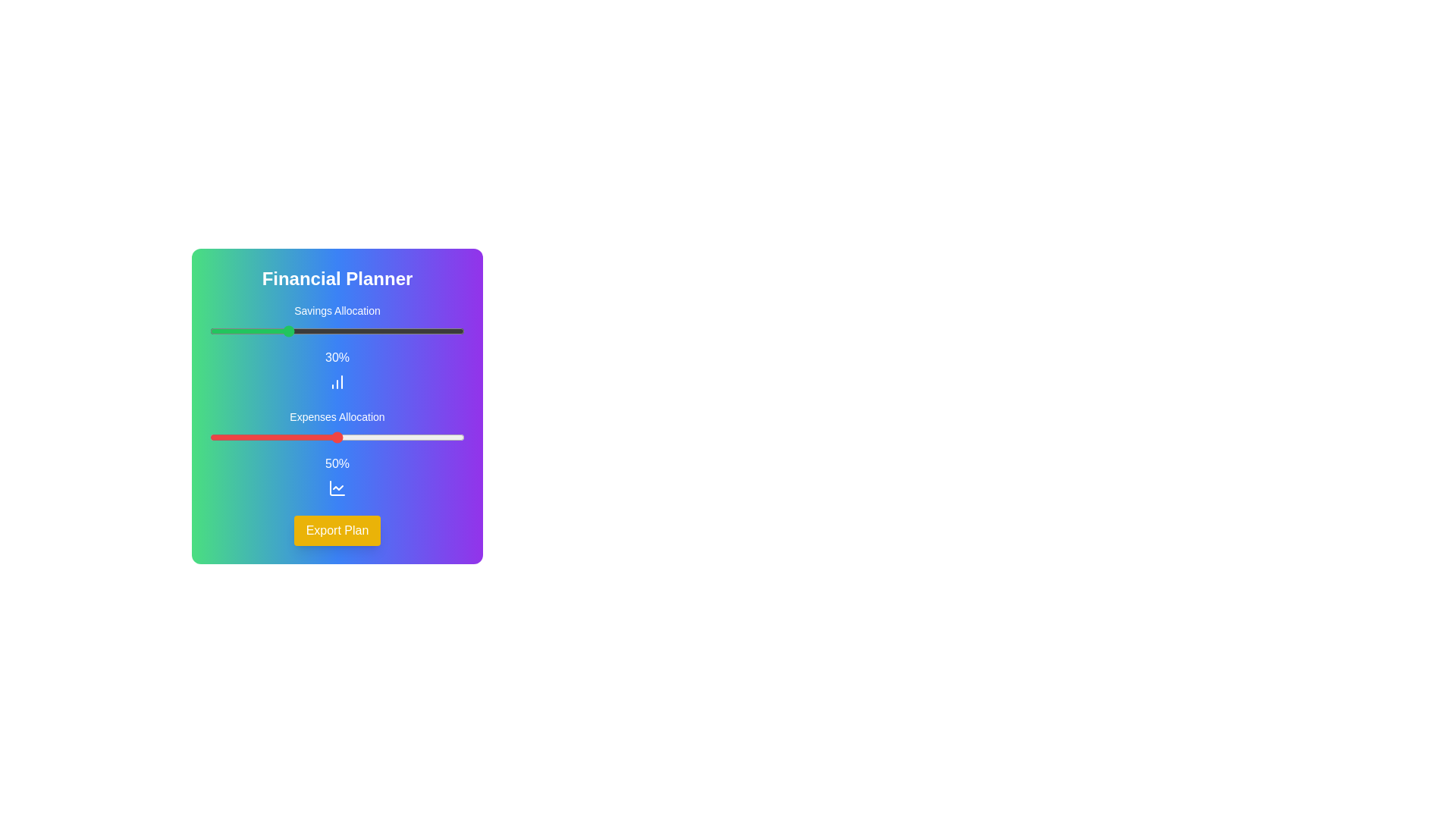 The width and height of the screenshot is (1456, 819). What do you see at coordinates (337, 278) in the screenshot?
I see `title of the Text Label that serves as a heading for the financial planning content, positioned at the top of its section within a gradient-colored box` at bounding box center [337, 278].